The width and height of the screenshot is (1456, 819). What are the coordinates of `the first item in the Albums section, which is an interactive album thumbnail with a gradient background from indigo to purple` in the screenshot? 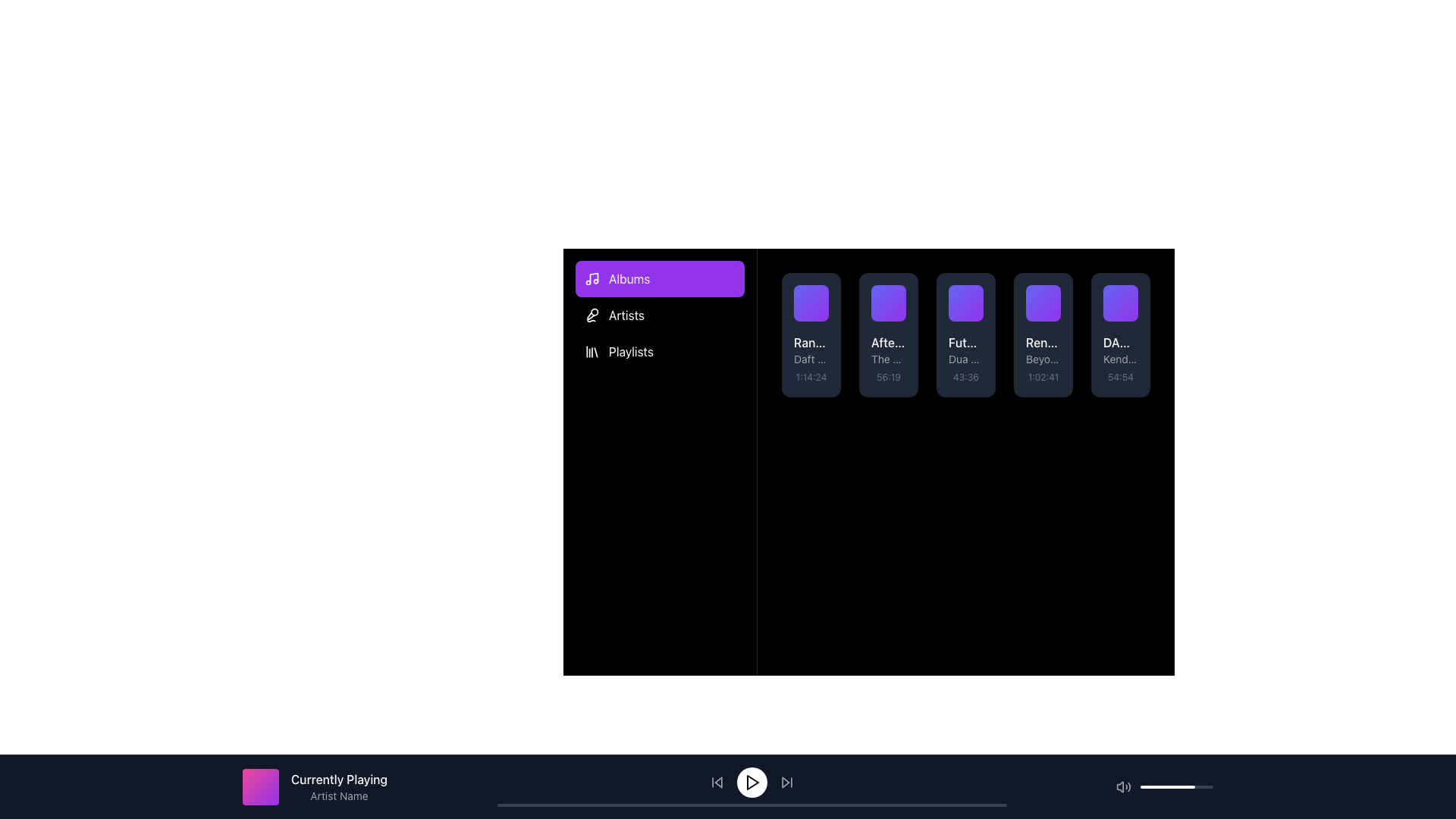 It's located at (811, 303).